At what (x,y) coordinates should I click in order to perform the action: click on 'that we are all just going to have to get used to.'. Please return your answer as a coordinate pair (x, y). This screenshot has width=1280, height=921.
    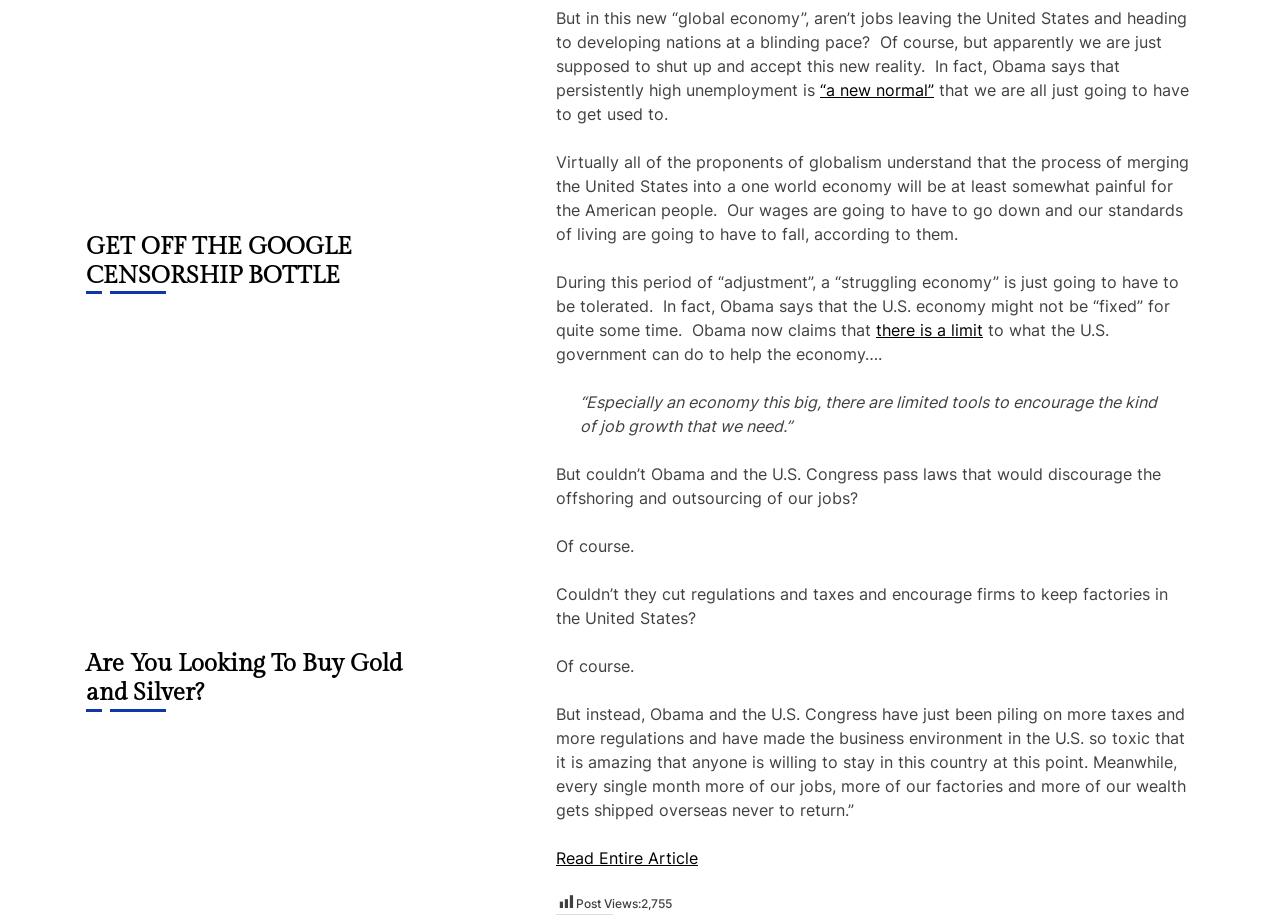
    Looking at the image, I should click on (872, 101).